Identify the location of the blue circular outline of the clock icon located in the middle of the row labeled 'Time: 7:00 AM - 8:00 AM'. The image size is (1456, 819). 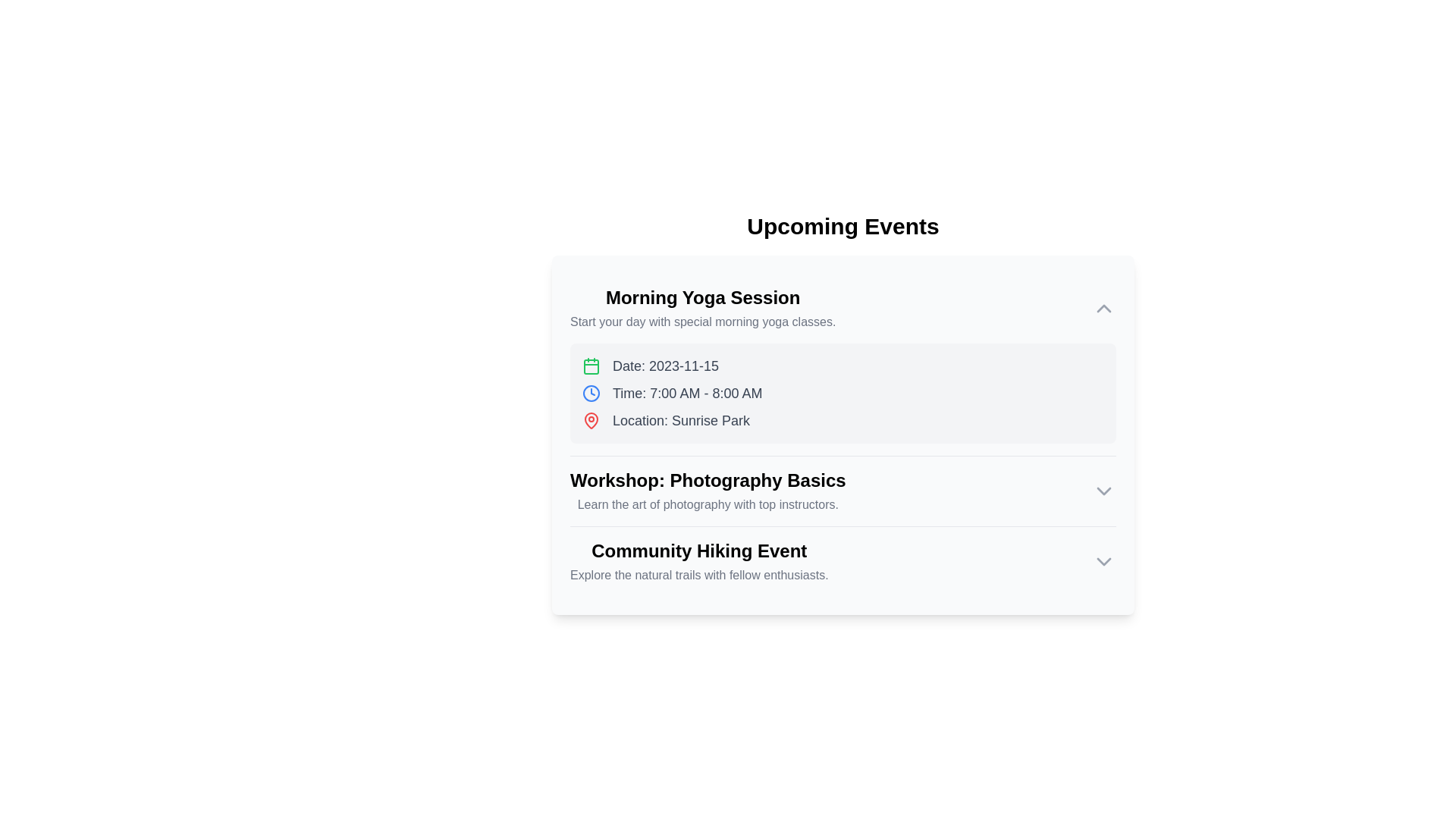
(590, 393).